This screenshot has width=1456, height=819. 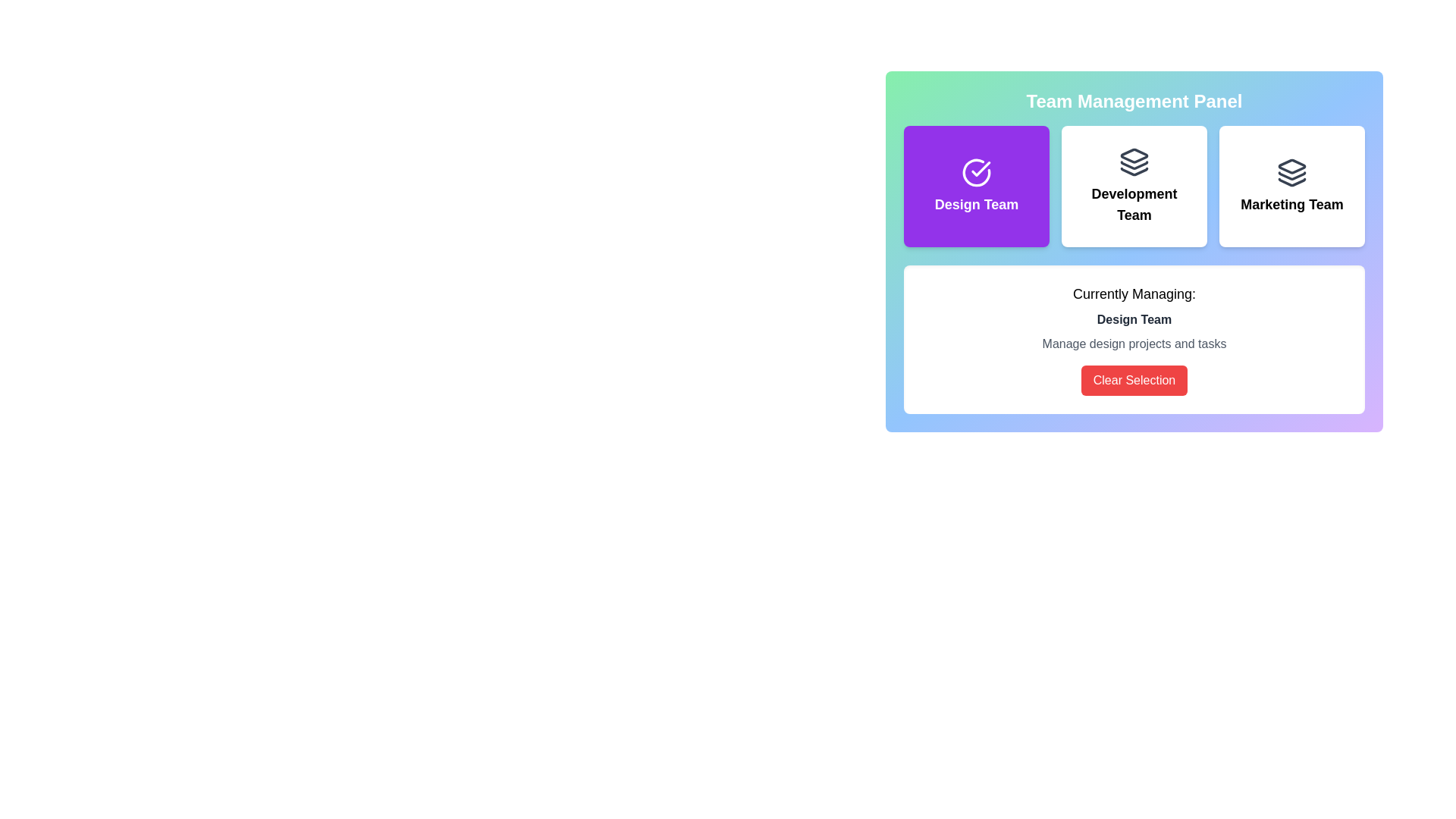 I want to click on the 'Marketing Team' icon in the Team Management Panel, which is the topmost layer of the three-layered icon located to the far right of the options, so click(x=1291, y=166).